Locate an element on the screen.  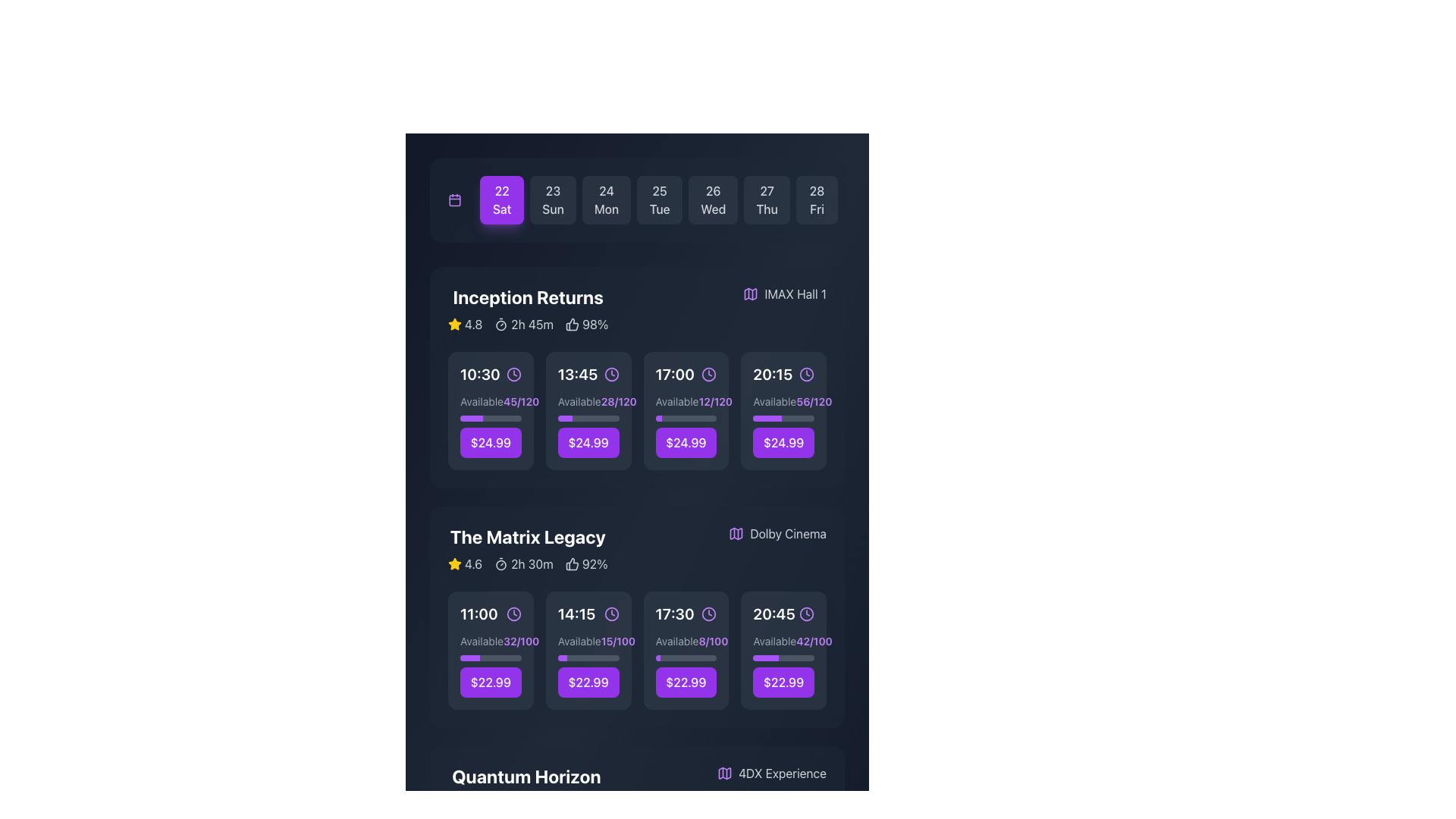
over the third card in the first row under the 'Inception Returns' movie section is located at coordinates (685, 426).